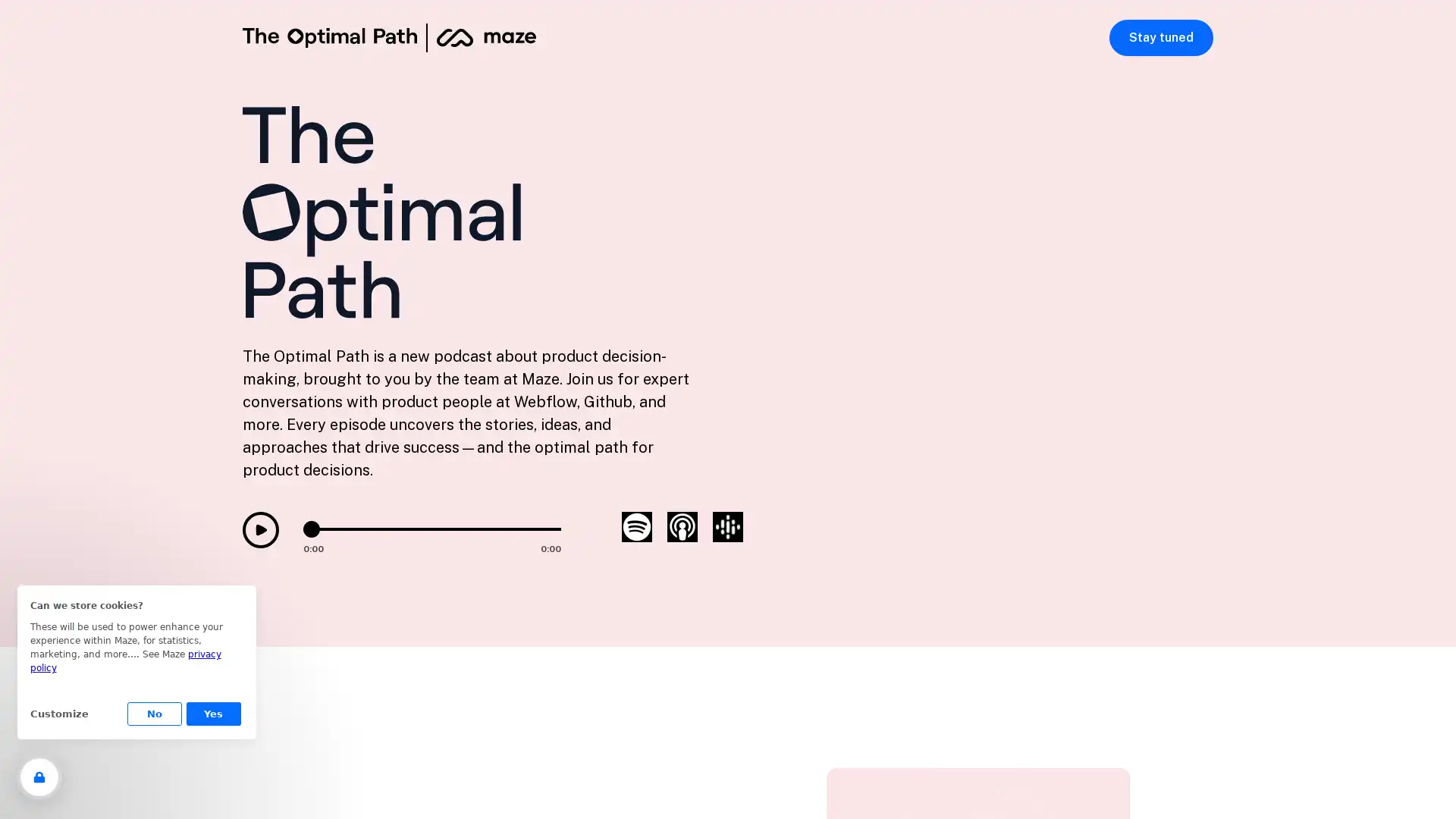 The height and width of the screenshot is (819, 1456). Describe the element at coordinates (1160, 37) in the screenshot. I see `Stay tuned` at that location.